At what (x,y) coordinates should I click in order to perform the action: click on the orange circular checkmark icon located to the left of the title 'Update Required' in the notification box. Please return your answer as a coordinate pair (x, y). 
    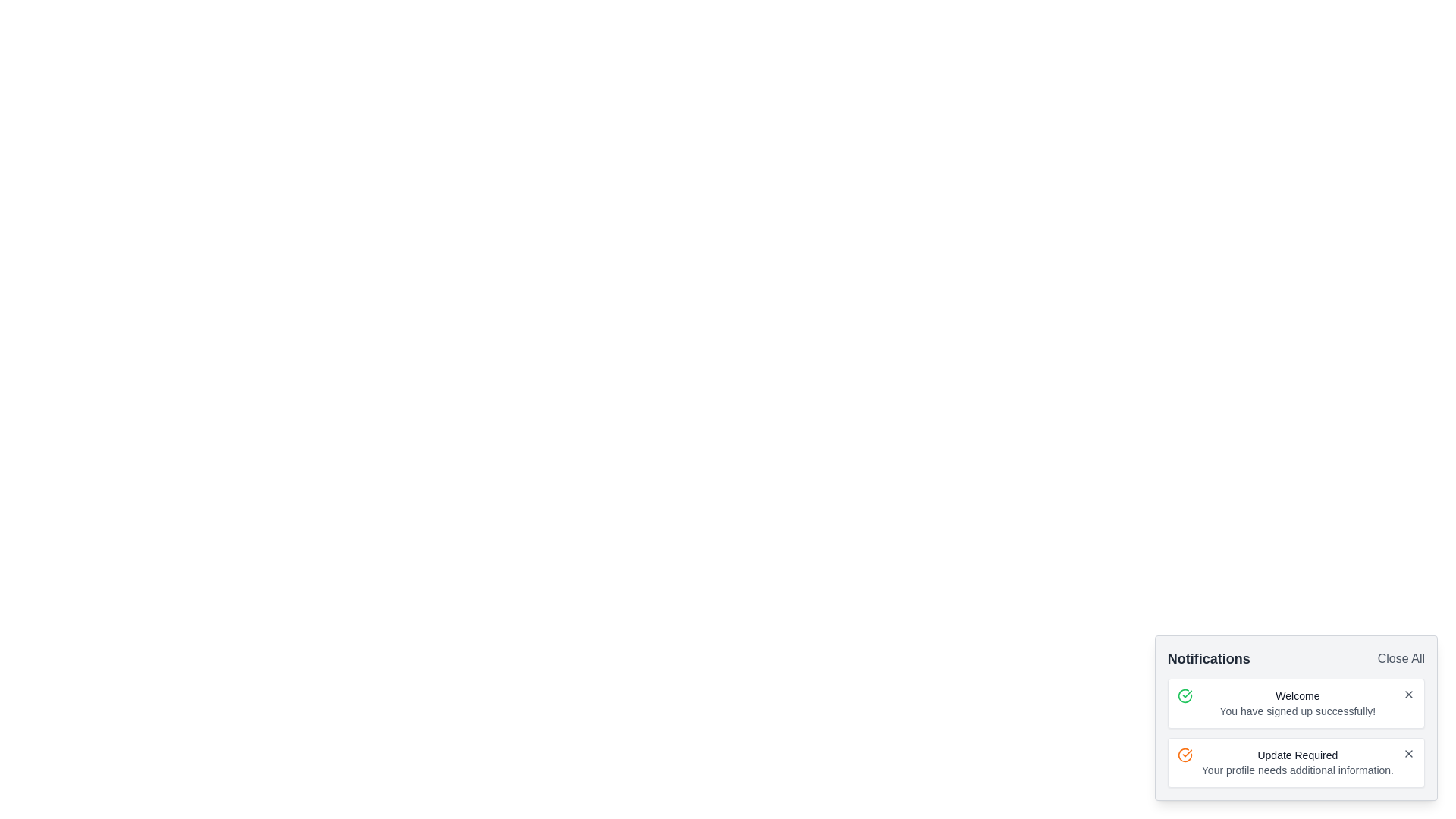
    Looking at the image, I should click on (1184, 755).